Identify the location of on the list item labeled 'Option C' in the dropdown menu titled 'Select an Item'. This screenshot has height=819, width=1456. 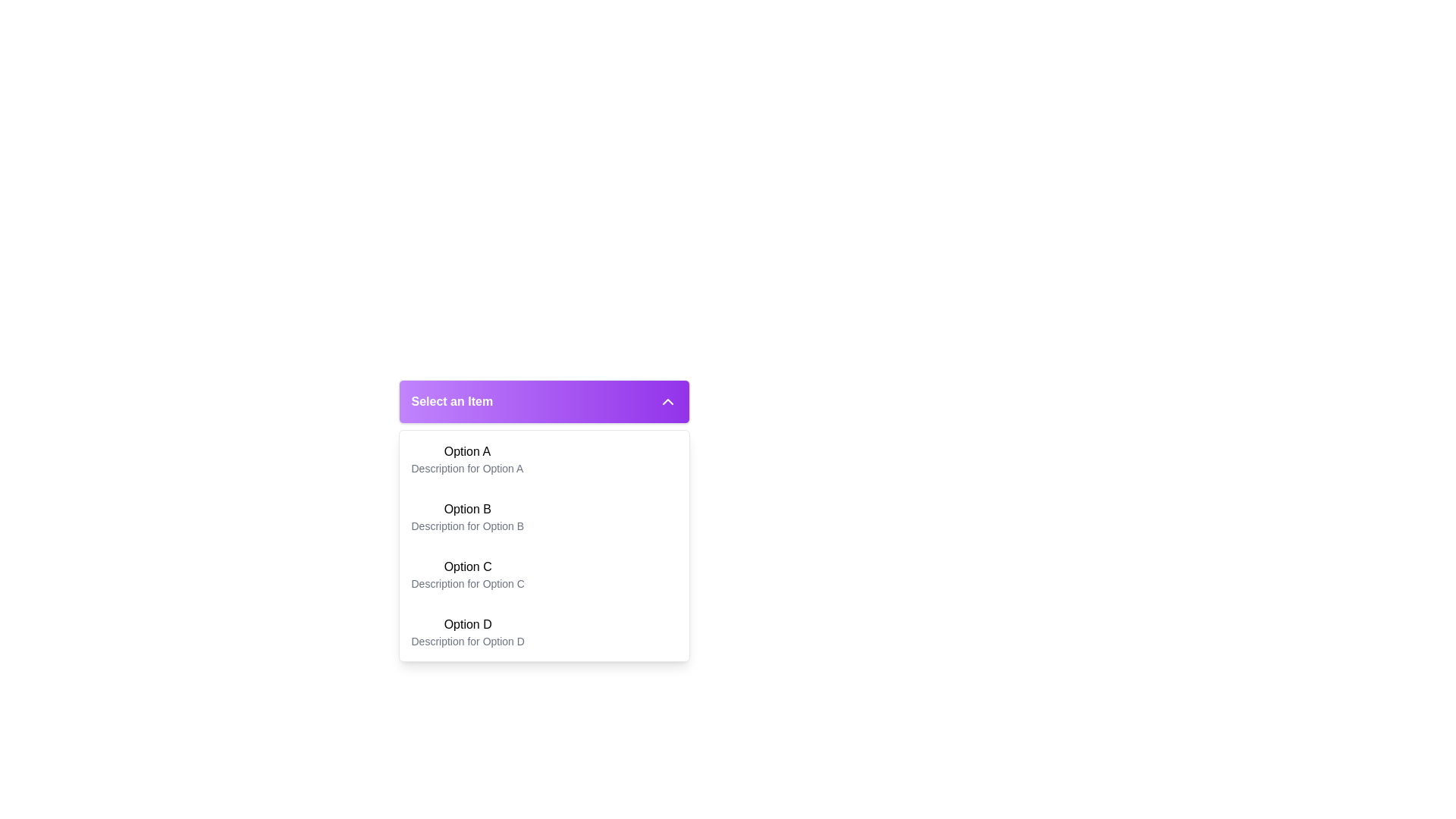
(467, 575).